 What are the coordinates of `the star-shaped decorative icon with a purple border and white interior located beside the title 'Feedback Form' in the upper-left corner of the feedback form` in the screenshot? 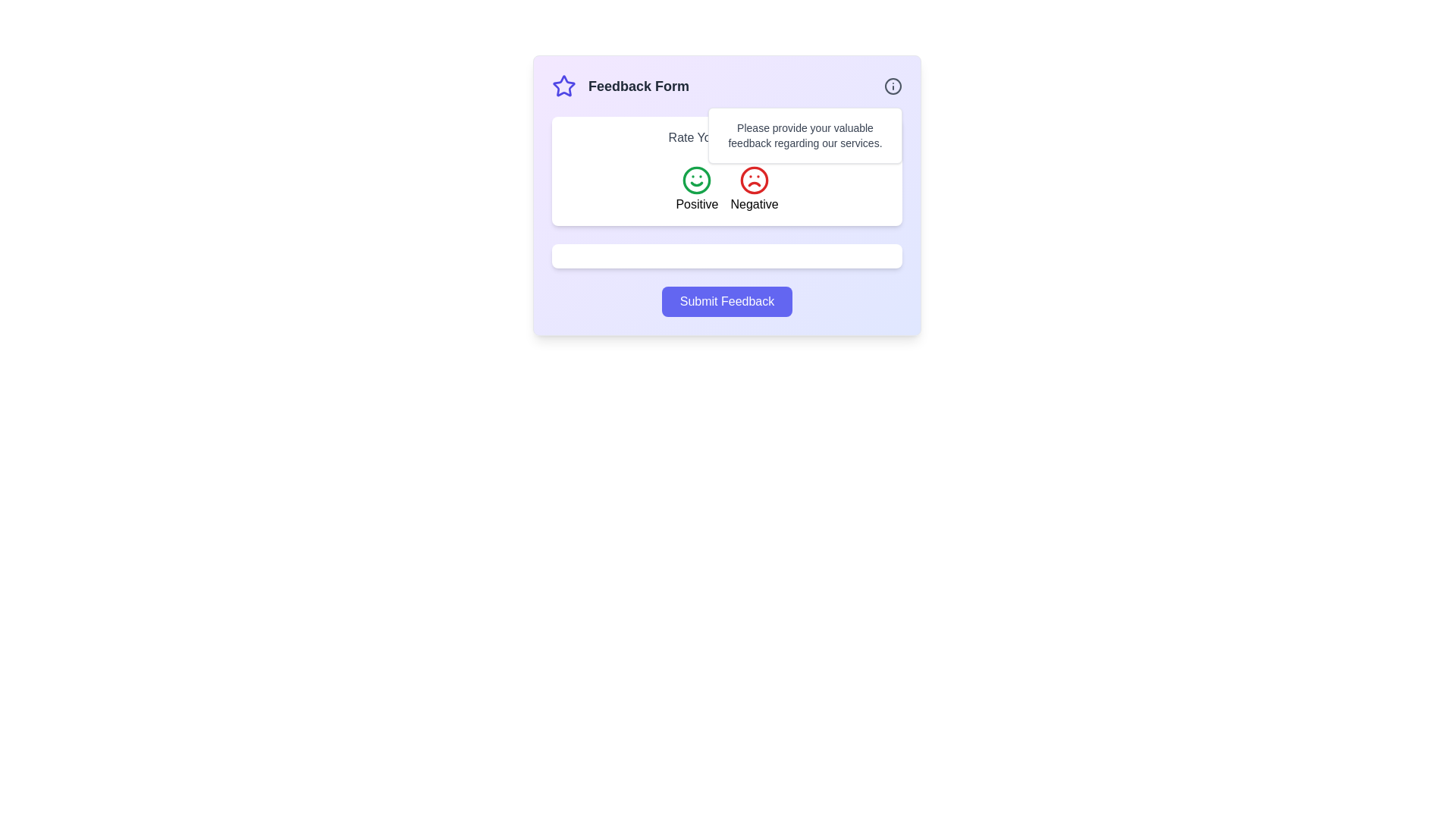 It's located at (563, 86).